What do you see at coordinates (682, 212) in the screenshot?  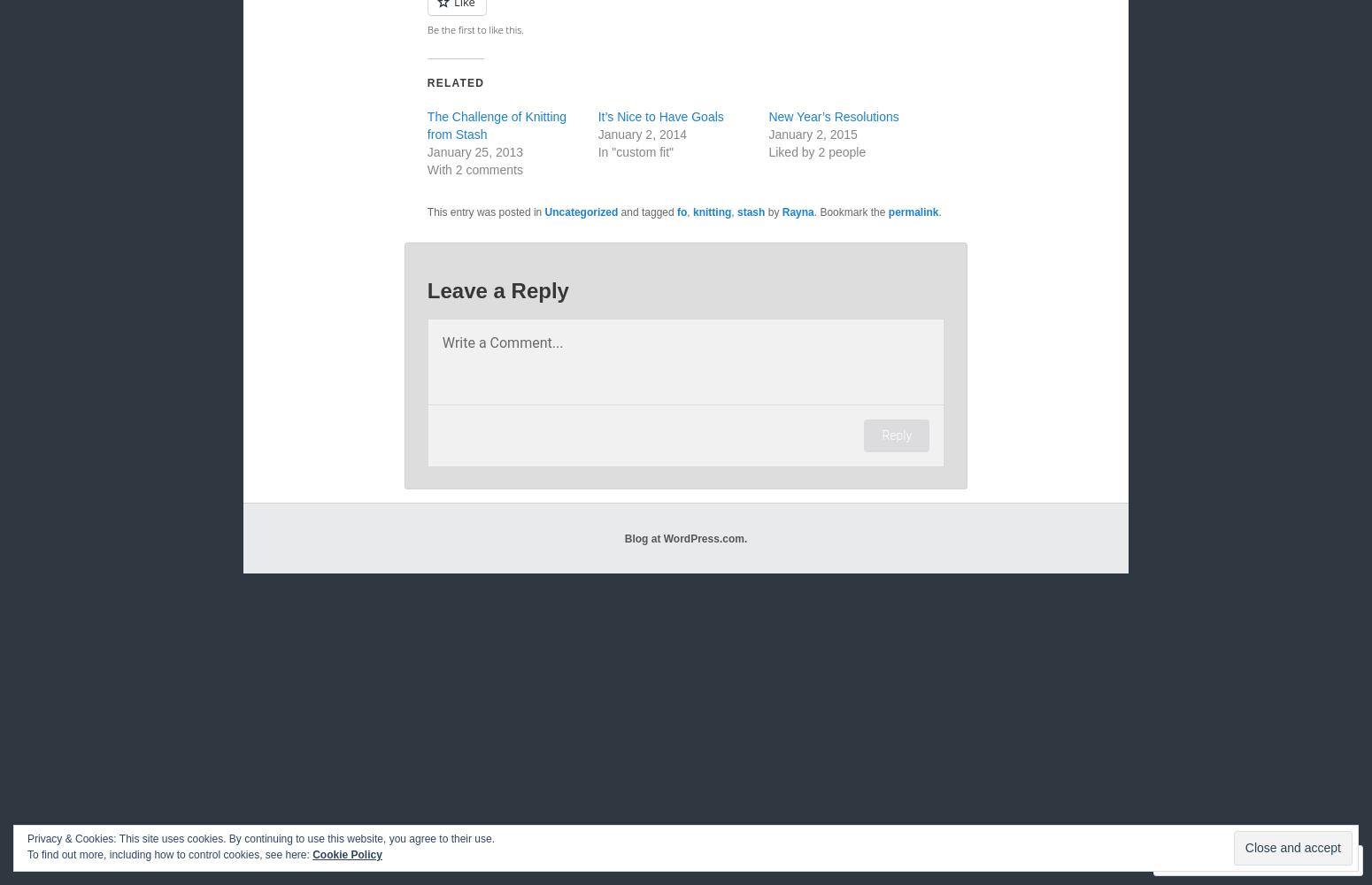 I see `'fo'` at bounding box center [682, 212].